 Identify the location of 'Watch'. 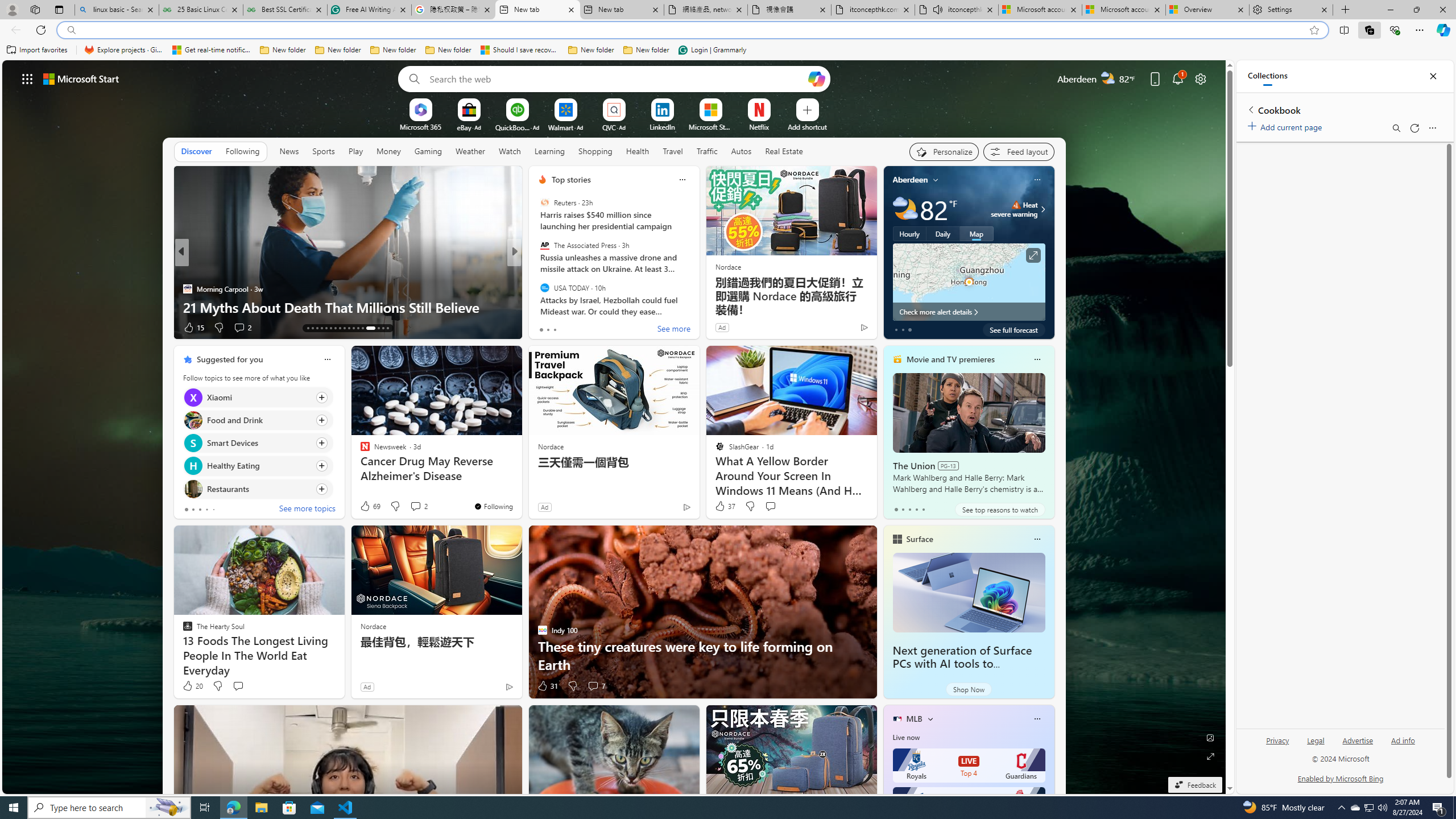
(510, 150).